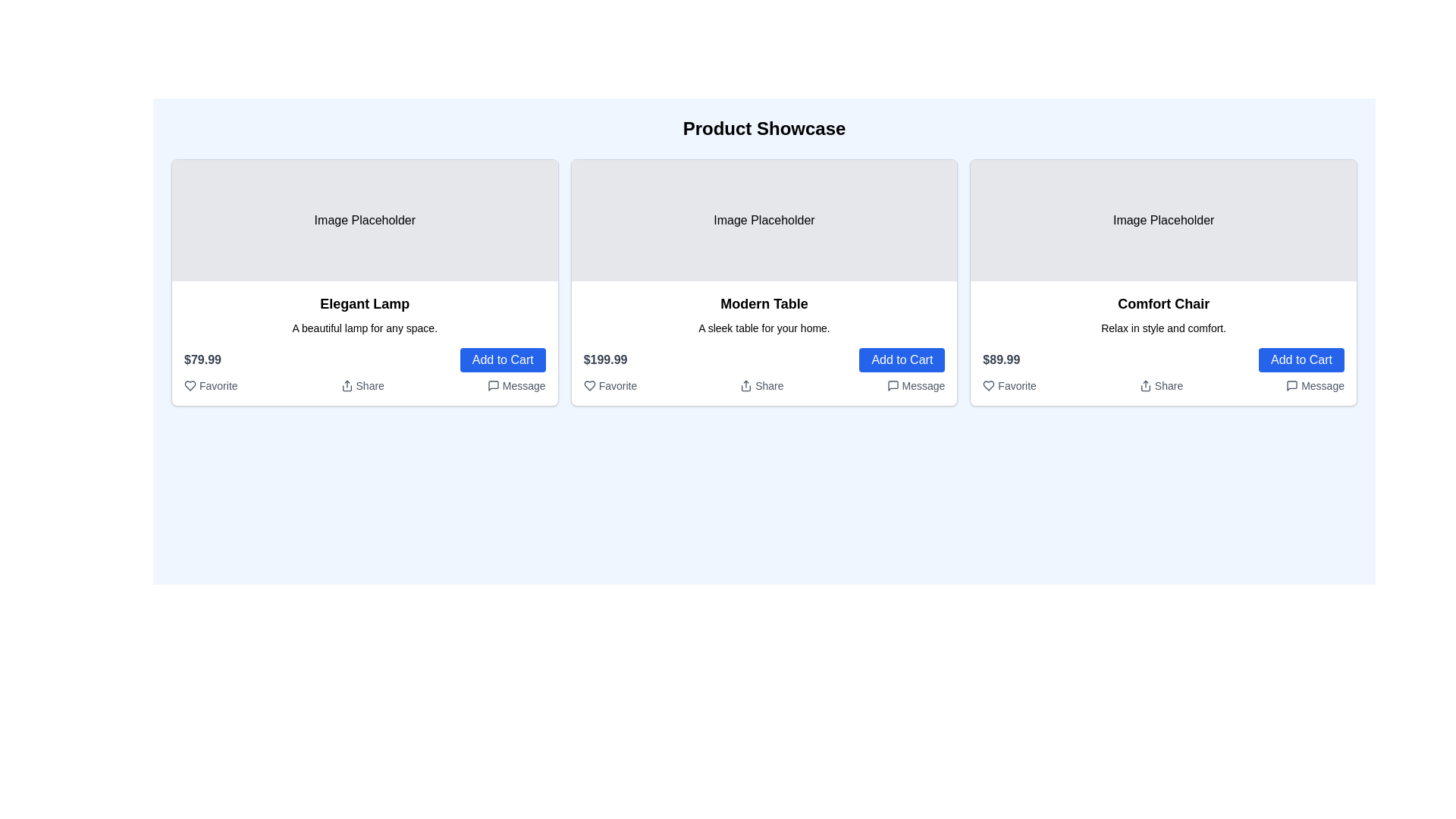  I want to click on the 'Image Placeholder' label, which is styled in a standard black font on a light gray background and is centrally located within the top section of the first card, so click(365, 220).